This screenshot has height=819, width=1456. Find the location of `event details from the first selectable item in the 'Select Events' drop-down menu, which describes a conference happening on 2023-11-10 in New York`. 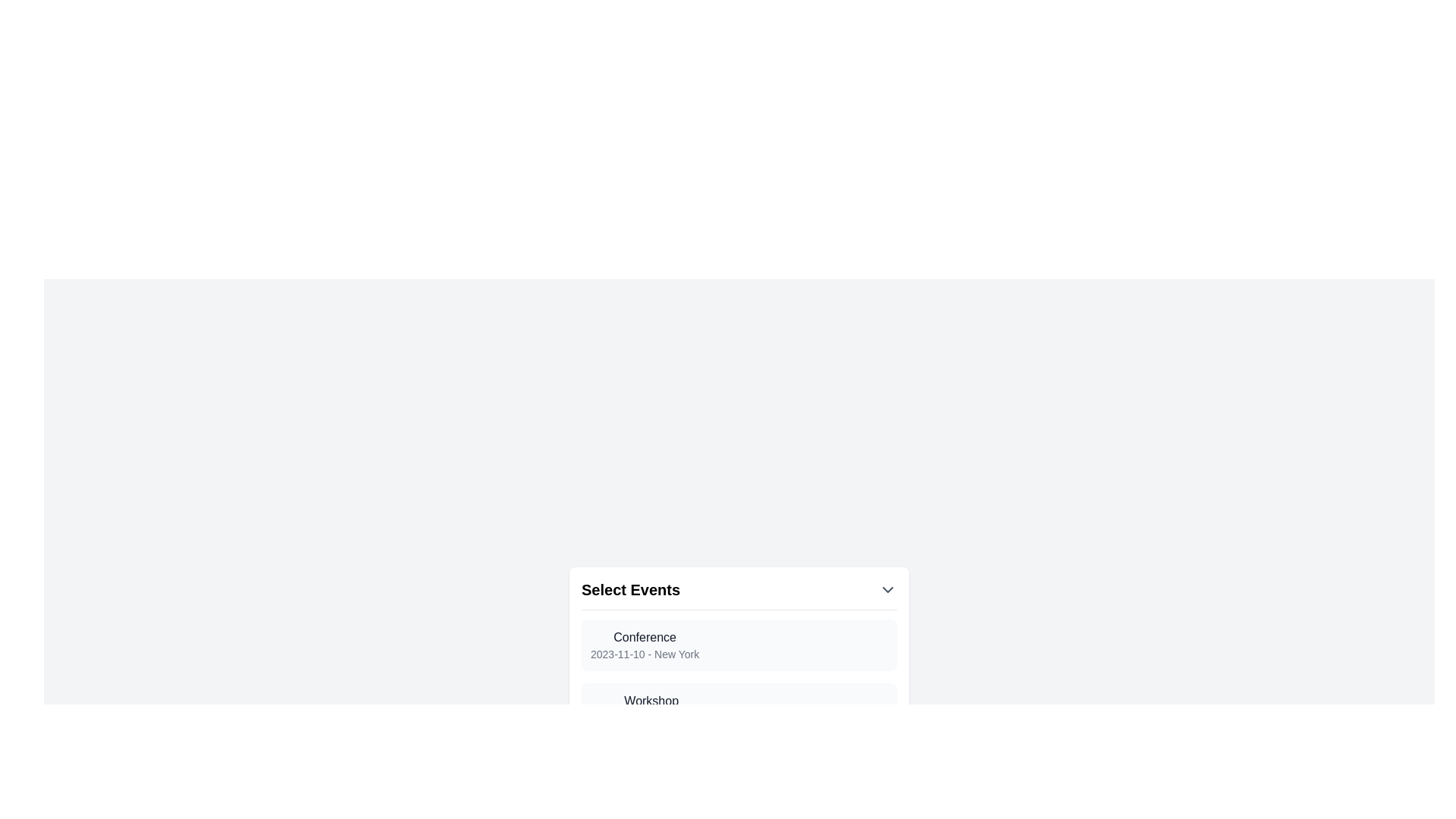

event details from the first selectable item in the 'Select Events' drop-down menu, which describes a conference happening on 2023-11-10 in New York is located at coordinates (645, 645).